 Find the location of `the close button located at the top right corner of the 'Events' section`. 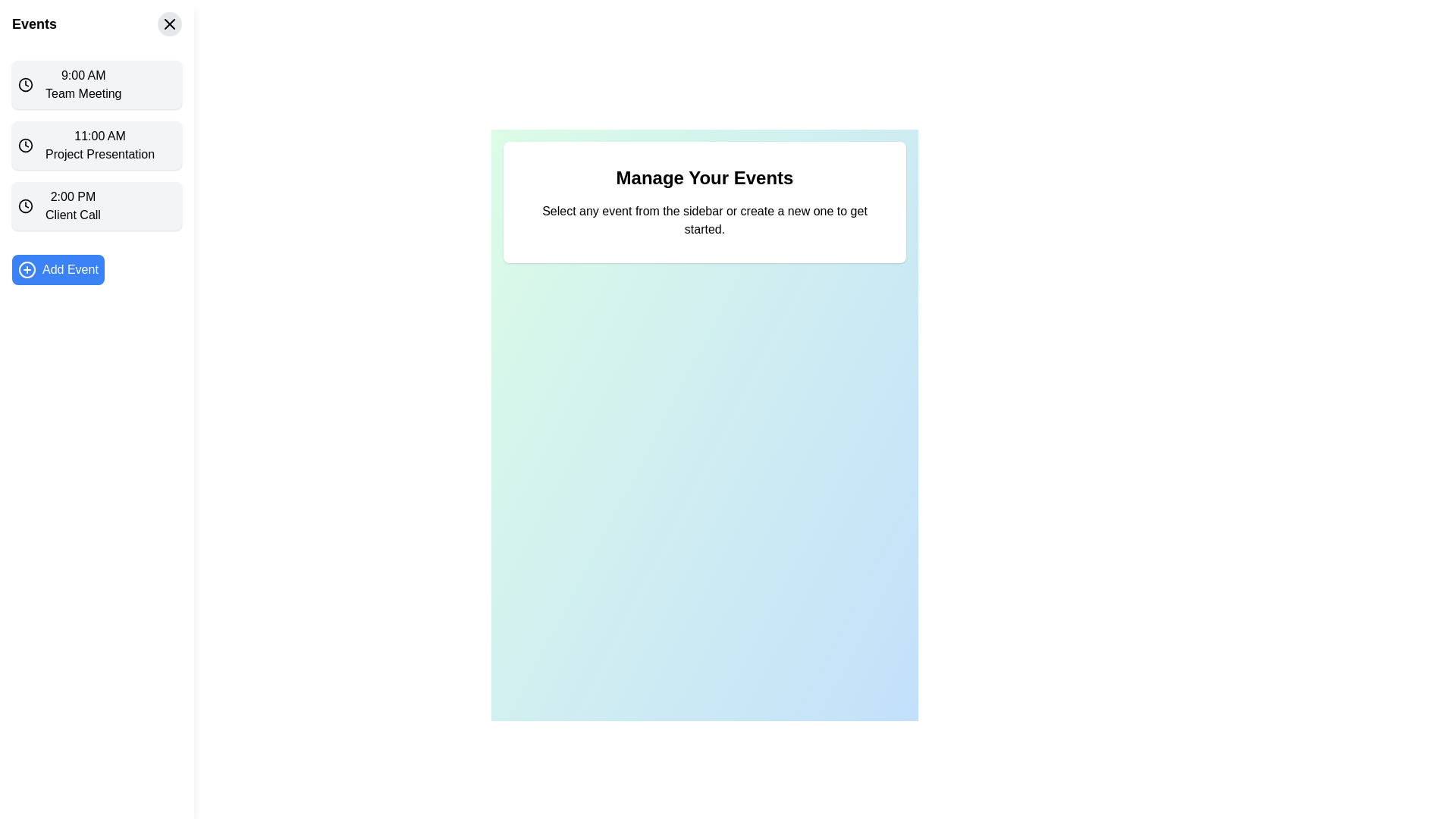

the close button located at the top right corner of the 'Events' section is located at coordinates (170, 24).